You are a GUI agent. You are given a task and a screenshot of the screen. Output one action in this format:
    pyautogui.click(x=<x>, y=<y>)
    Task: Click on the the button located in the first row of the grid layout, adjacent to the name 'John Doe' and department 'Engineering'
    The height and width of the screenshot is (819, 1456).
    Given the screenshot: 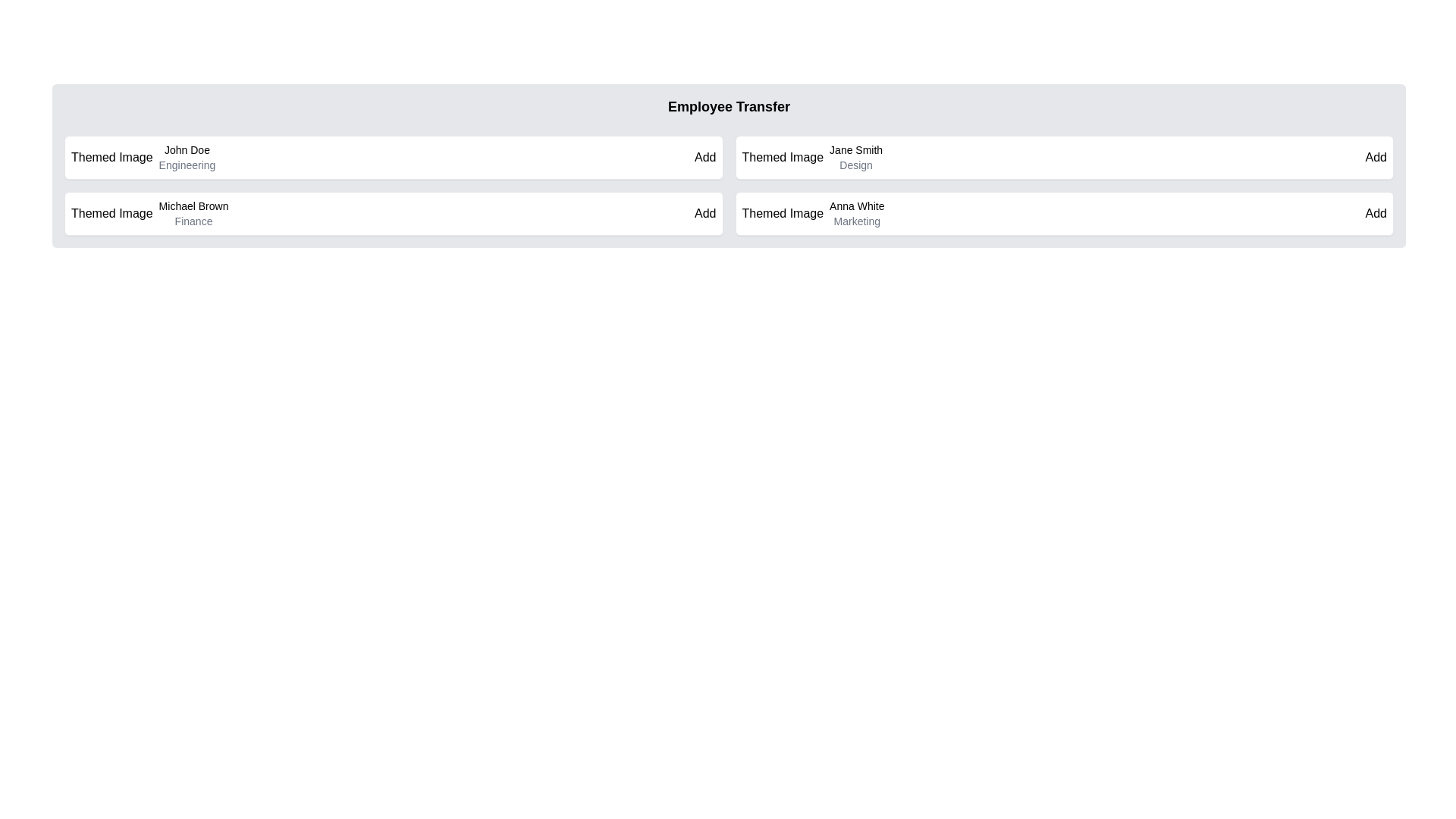 What is the action you would take?
    pyautogui.click(x=704, y=158)
    